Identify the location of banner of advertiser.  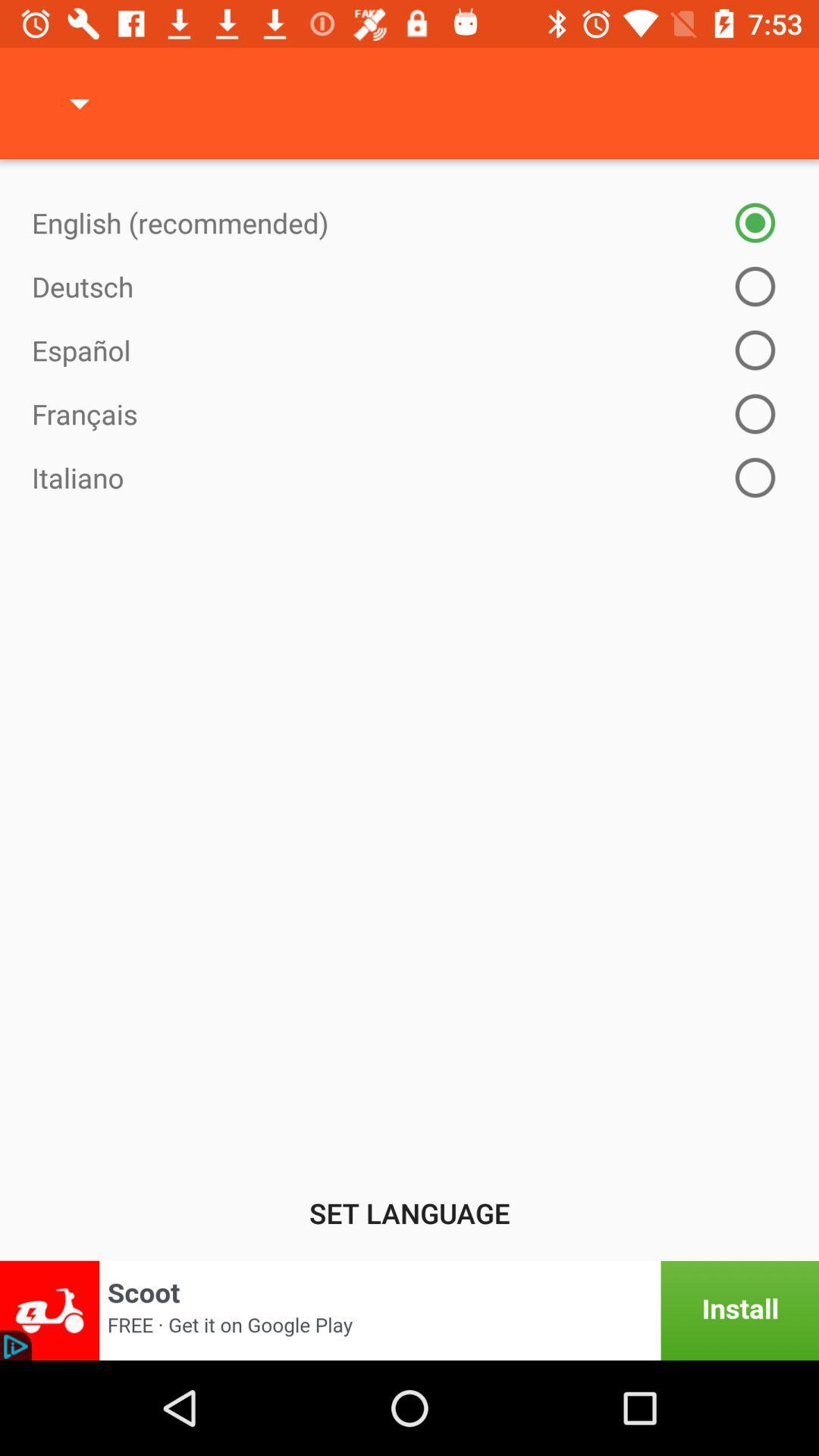
(409, 1310).